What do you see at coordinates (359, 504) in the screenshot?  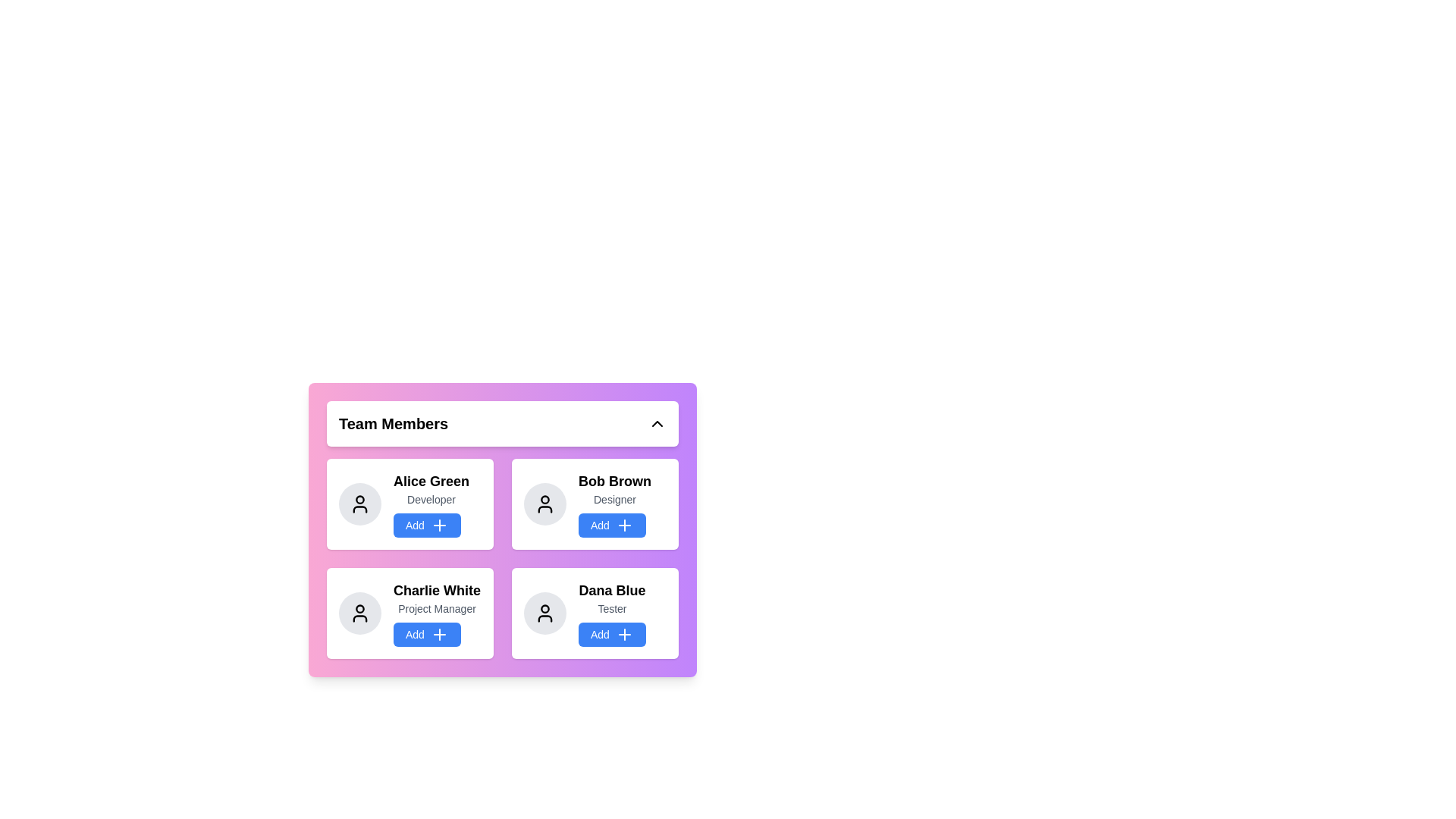 I see `the user avatar icon, which is a circular icon with a black stroke representing a head and shoulders, located above 'Alice Green' in the team members section` at bounding box center [359, 504].